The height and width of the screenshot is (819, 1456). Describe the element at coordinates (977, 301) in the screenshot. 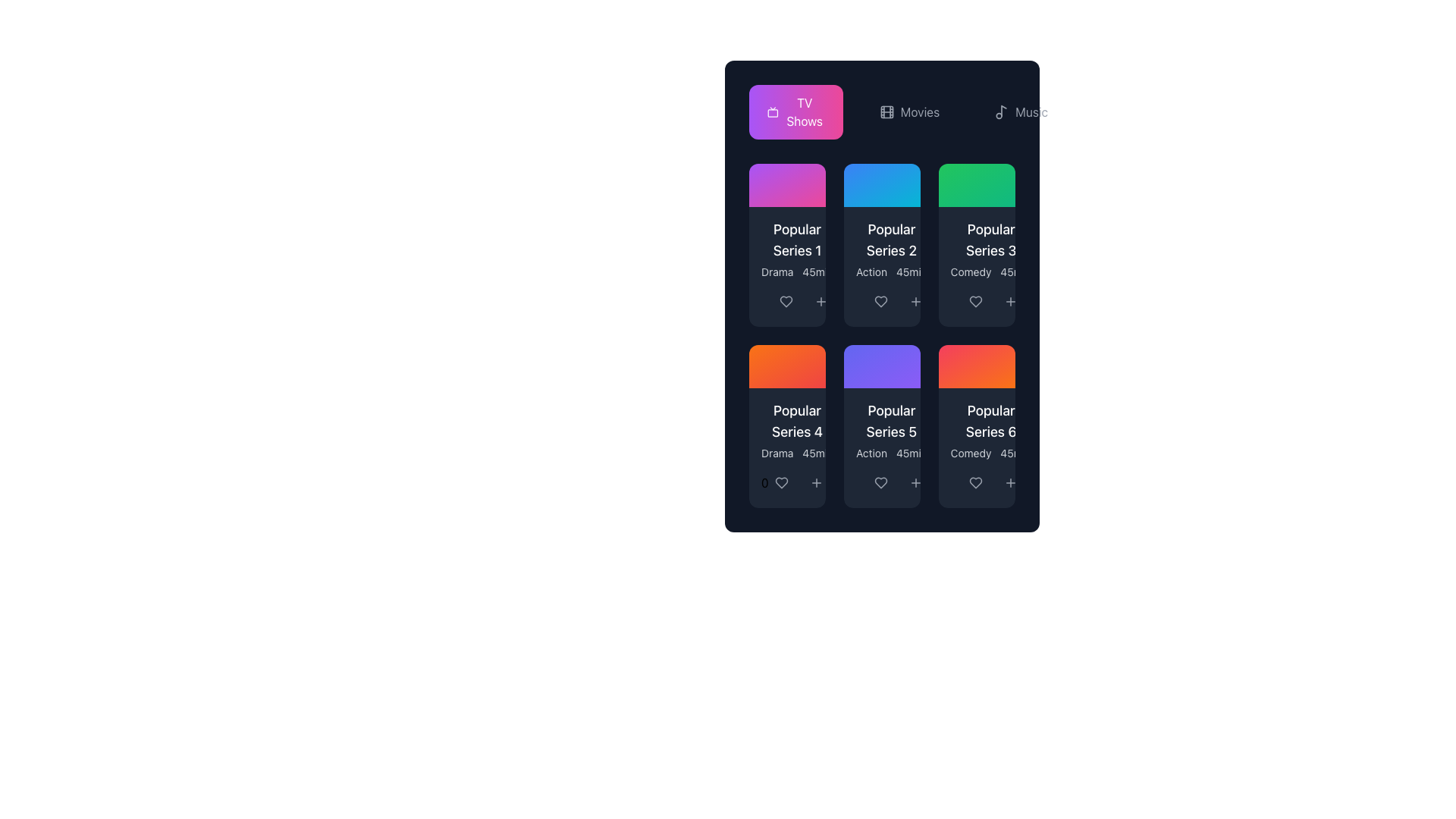

I see `the heart icon button outlined in gray located below the 'Popular Series 3' card` at that location.